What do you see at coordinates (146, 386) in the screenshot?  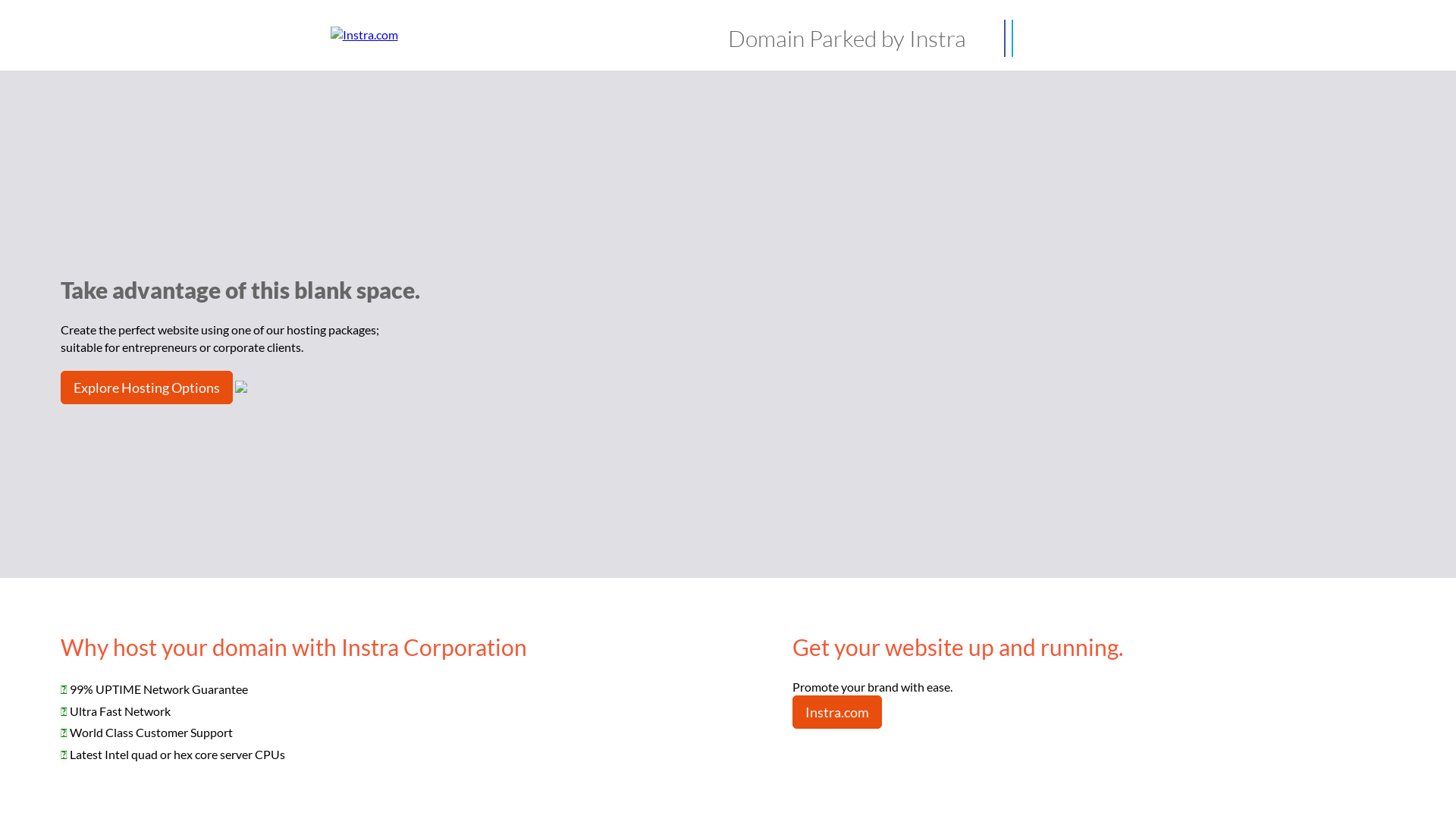 I see `'Explore Hosting Options'` at bounding box center [146, 386].